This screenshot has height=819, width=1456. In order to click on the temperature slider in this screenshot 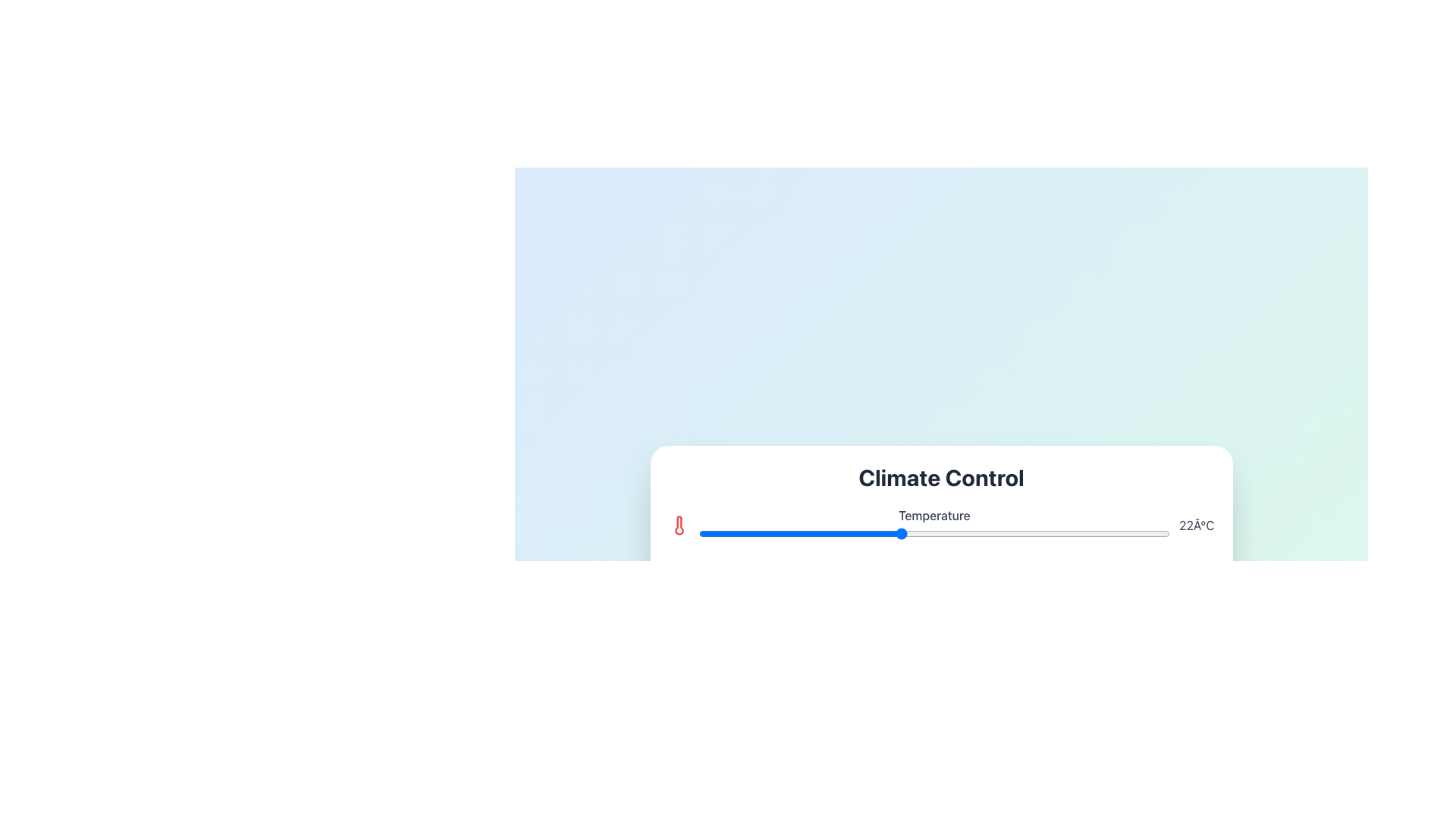, I will do `click(900, 533)`.